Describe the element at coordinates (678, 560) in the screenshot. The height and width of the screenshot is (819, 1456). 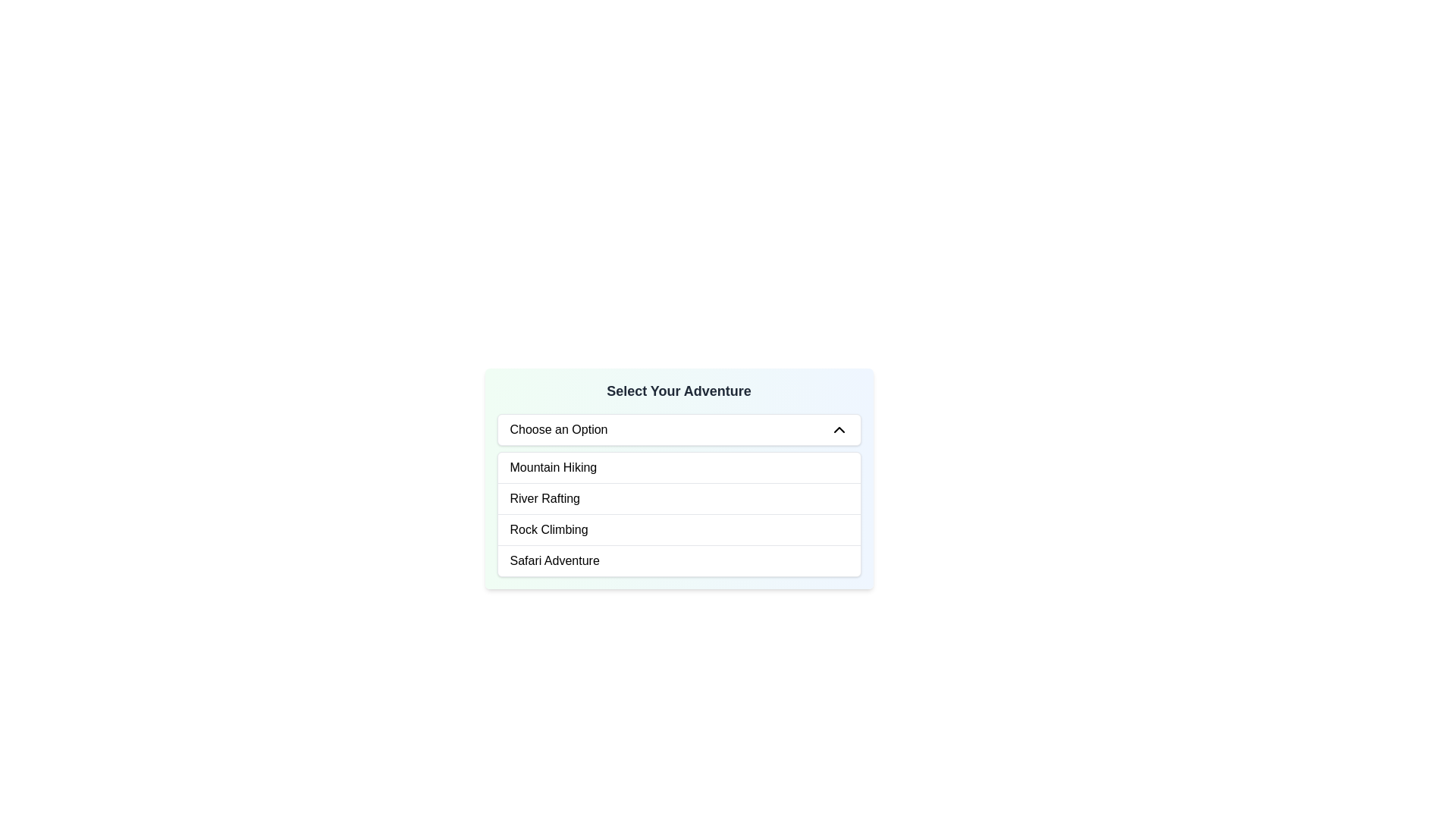
I see `the 'Safari Adventure' option in the dropdown menu` at that location.